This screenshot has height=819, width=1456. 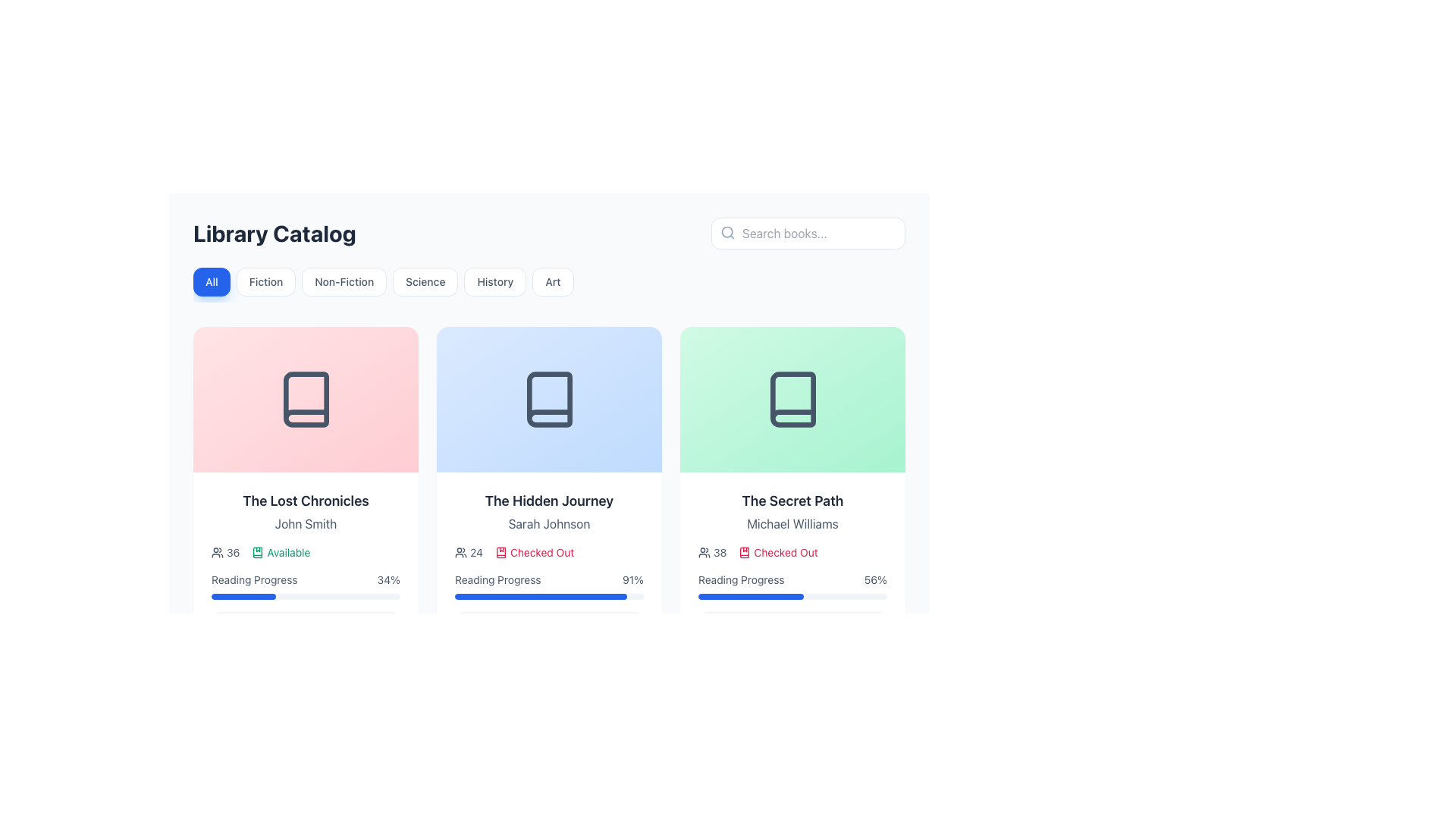 I want to click on the 'All' button in the horizontal navigation bar, so click(x=211, y=281).